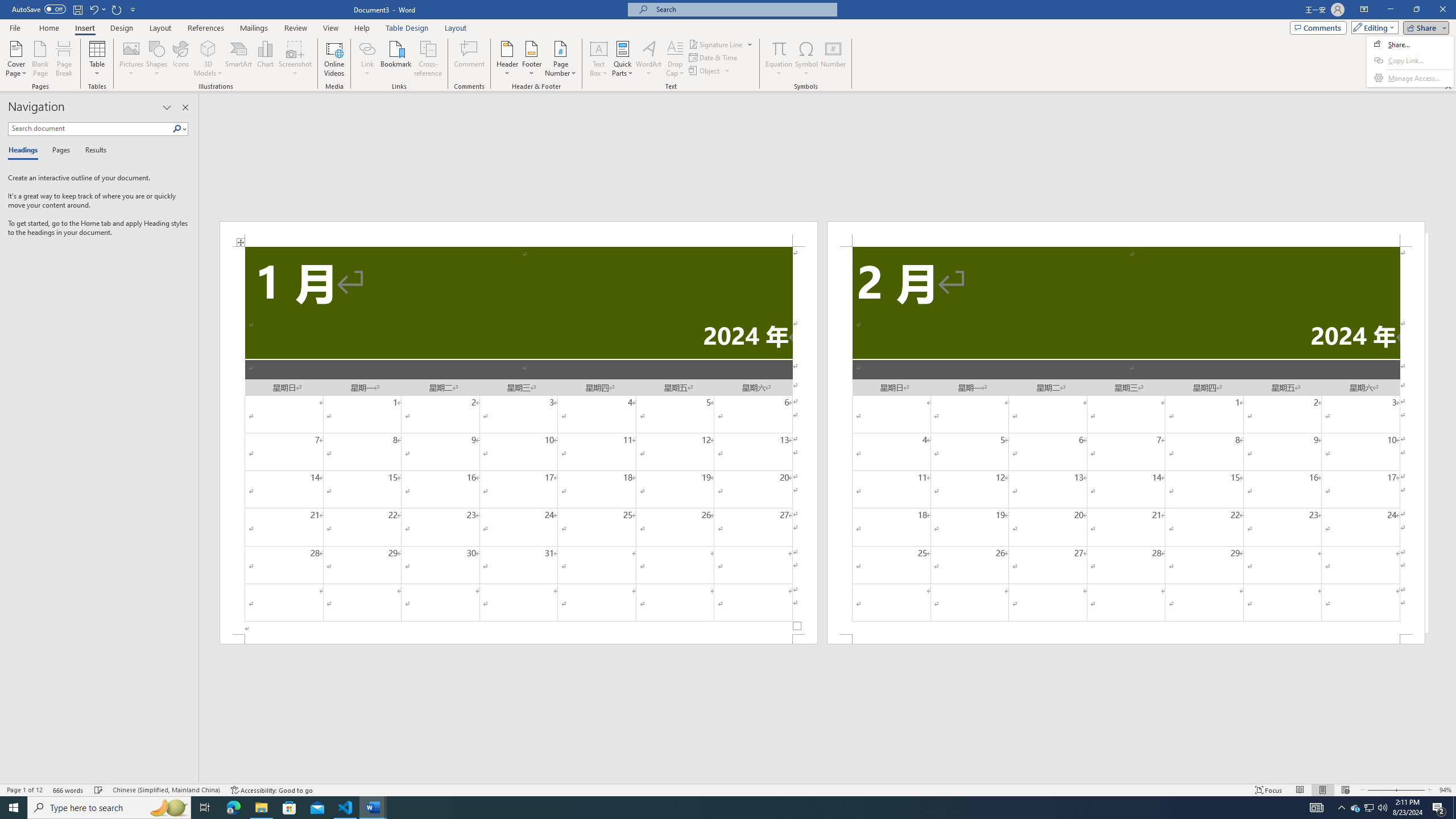 This screenshot has width=1456, height=819. I want to click on 'Drop Cap', so click(675, 59).